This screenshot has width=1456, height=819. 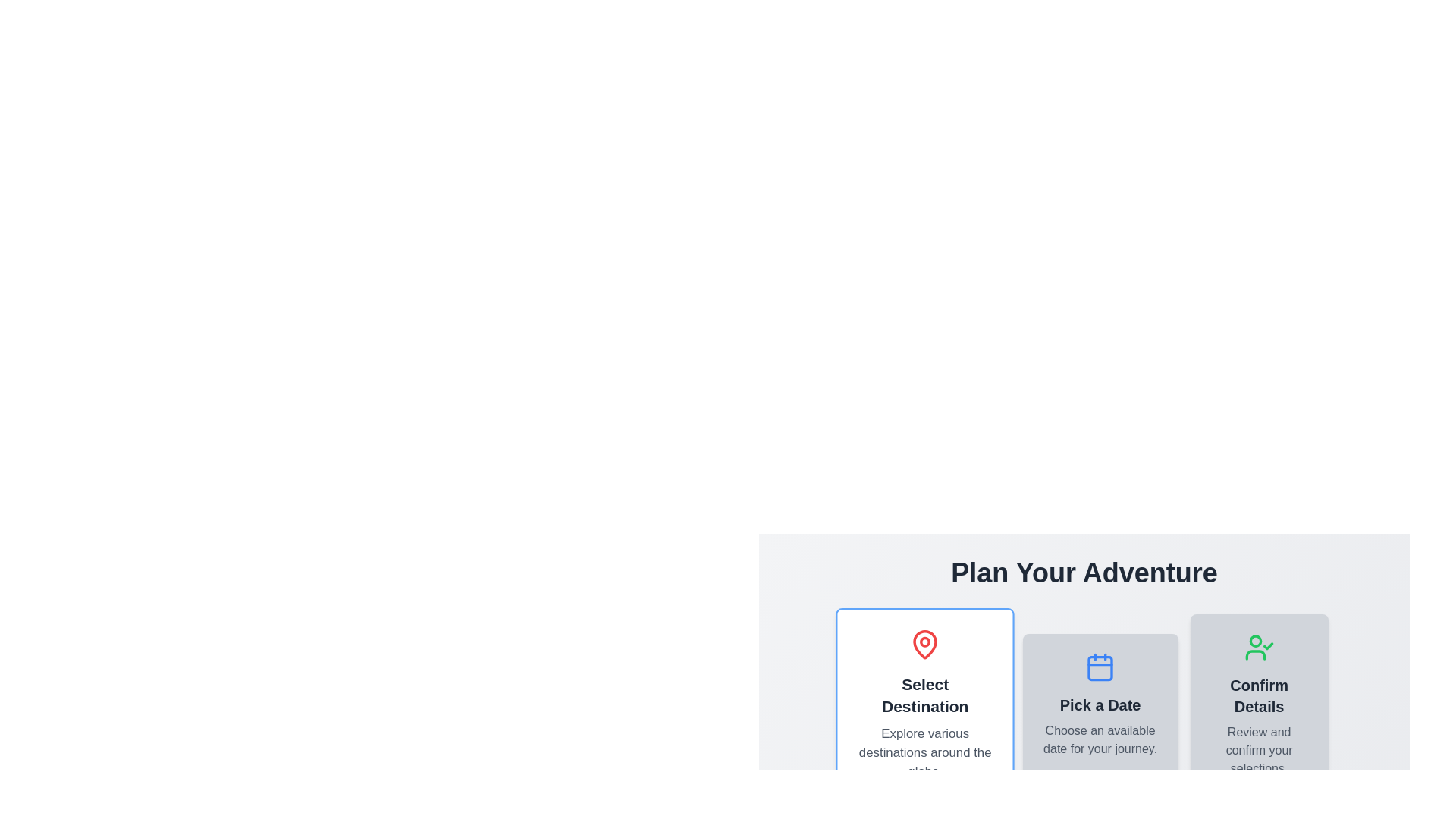 What do you see at coordinates (1100, 667) in the screenshot?
I see `the decorative element within the calendar icon, which has a soft blue outline and rounded corners, located in the middle of the three step icons` at bounding box center [1100, 667].